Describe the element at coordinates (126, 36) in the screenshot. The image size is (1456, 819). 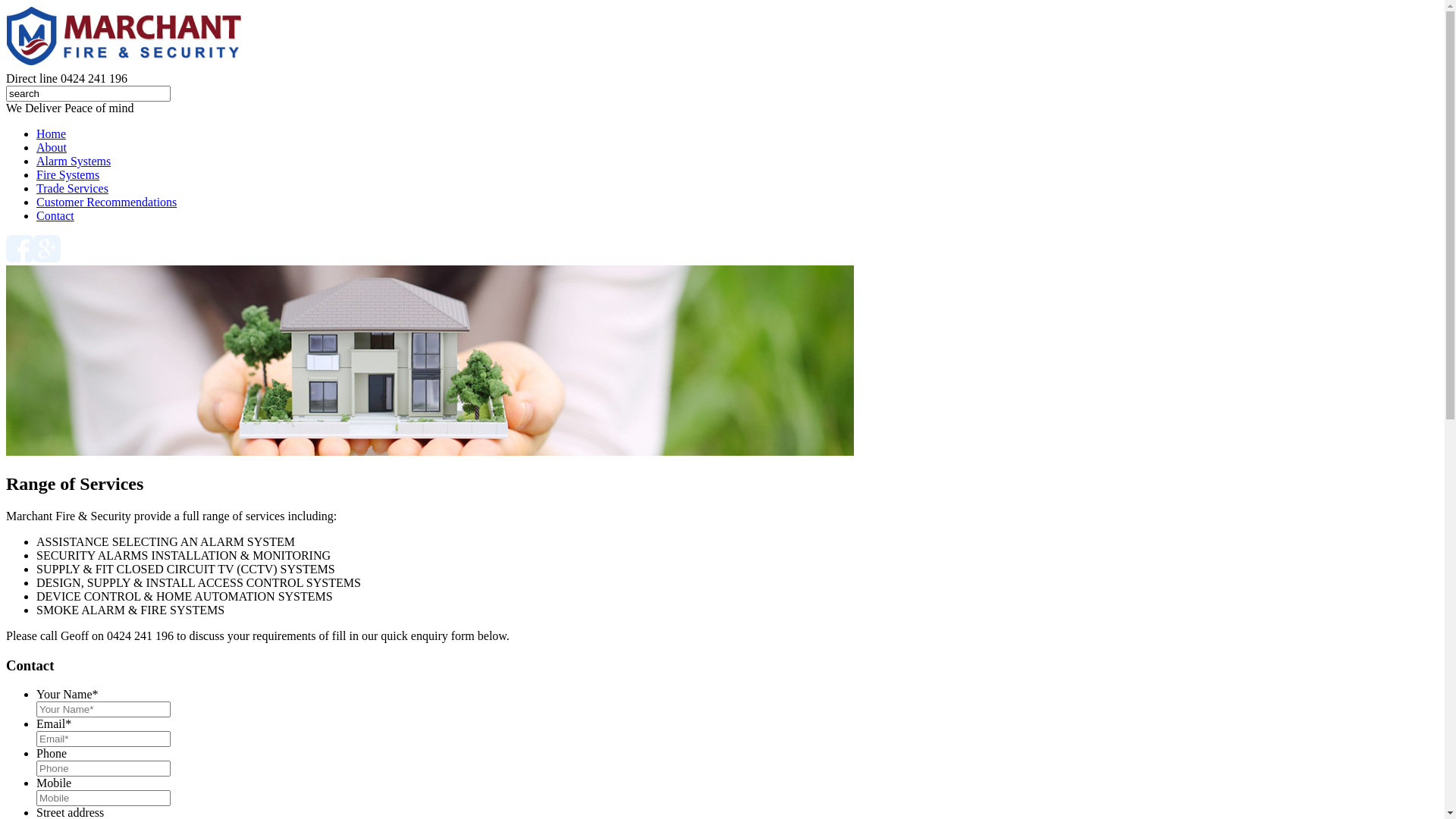
I see `'Marchant Fire & Security'` at that location.